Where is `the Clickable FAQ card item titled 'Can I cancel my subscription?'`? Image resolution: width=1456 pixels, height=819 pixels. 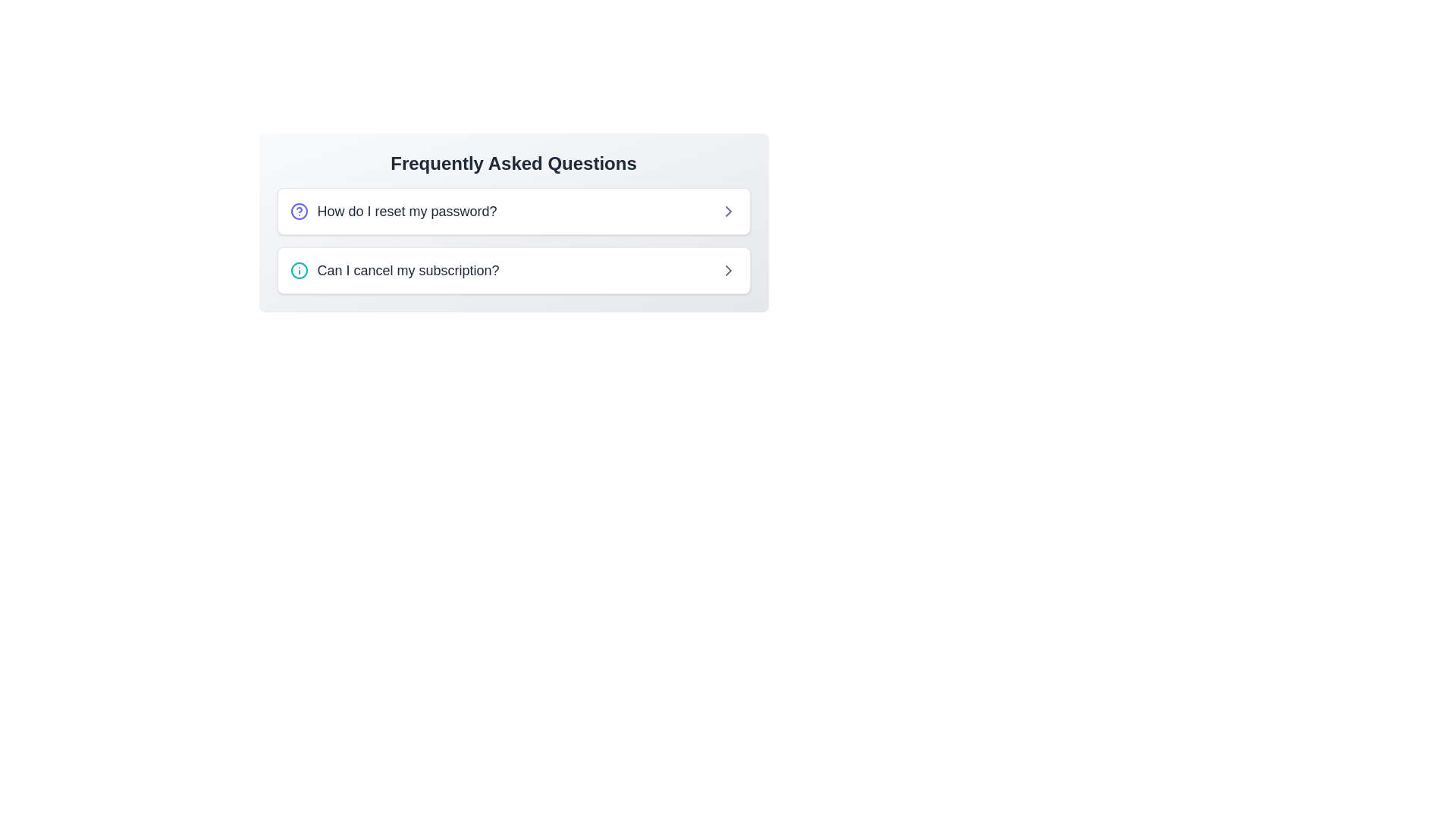 the Clickable FAQ card item titled 'Can I cancel my subscription?' is located at coordinates (513, 270).